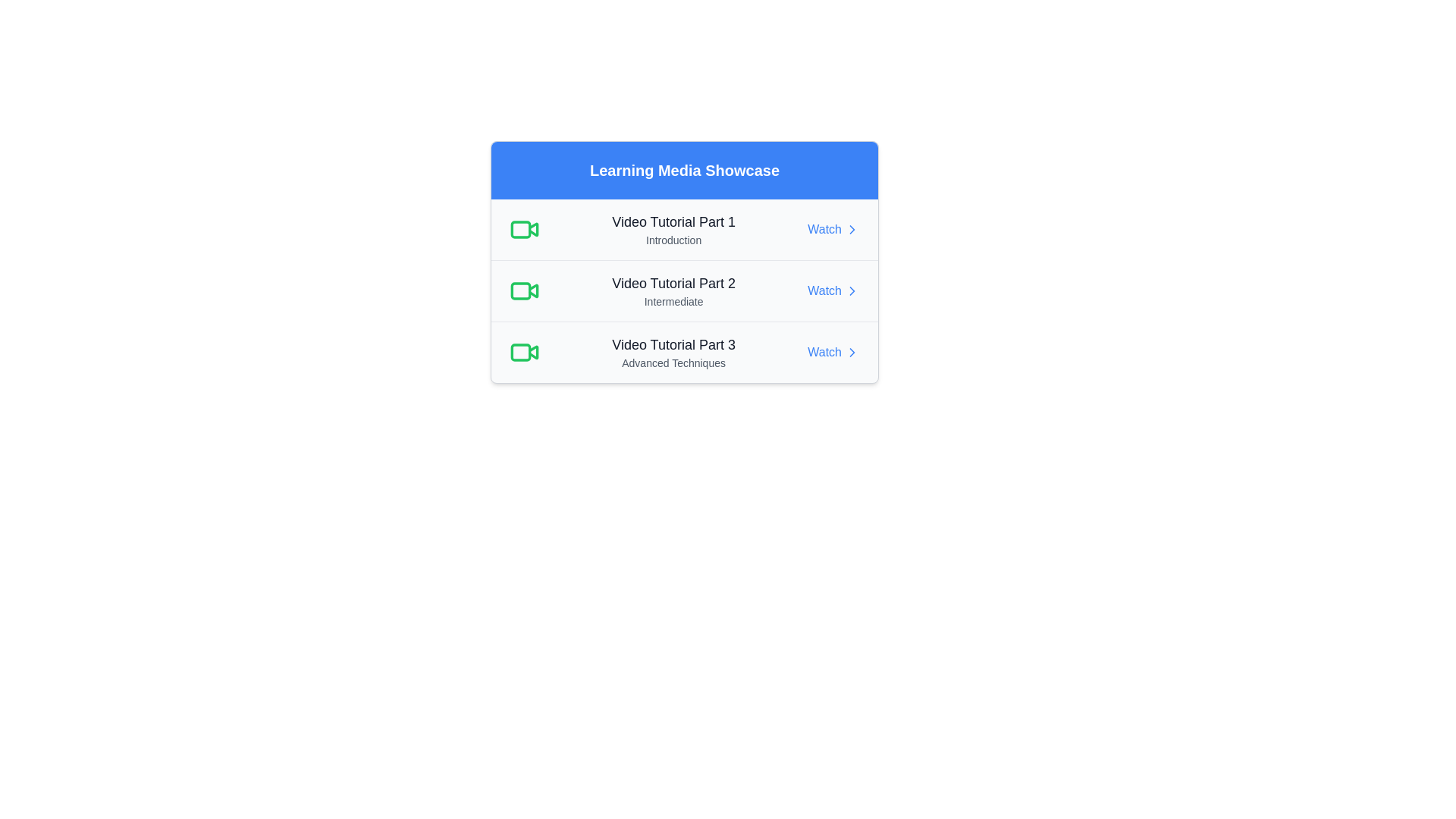  Describe the element at coordinates (533, 352) in the screenshot. I see `the green triangular play button icon located within the video thumbnail graphic of the third item in the 'Learning Media Showcase' section` at that location.